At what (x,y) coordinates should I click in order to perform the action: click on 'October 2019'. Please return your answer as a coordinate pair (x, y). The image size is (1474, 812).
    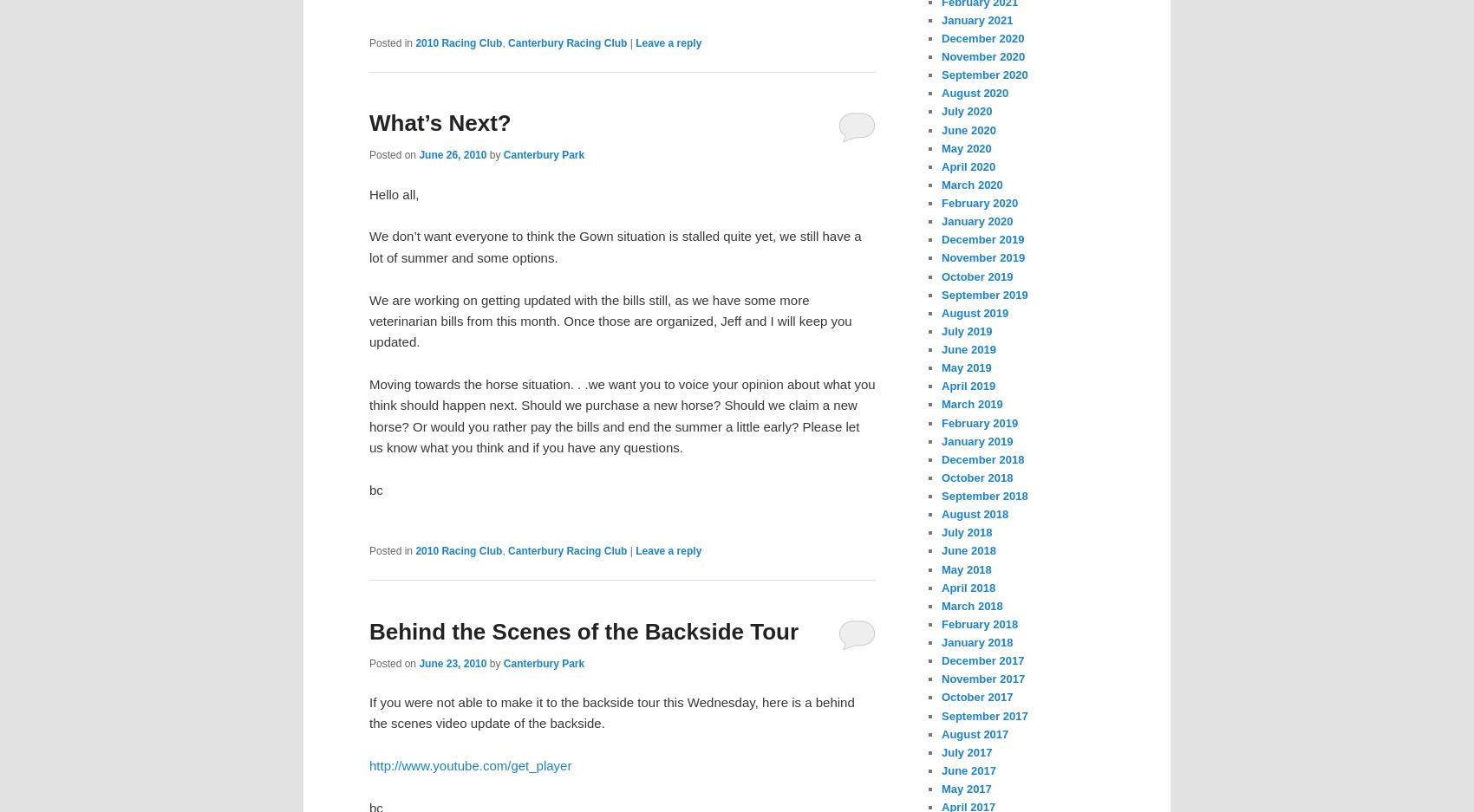
    Looking at the image, I should click on (976, 275).